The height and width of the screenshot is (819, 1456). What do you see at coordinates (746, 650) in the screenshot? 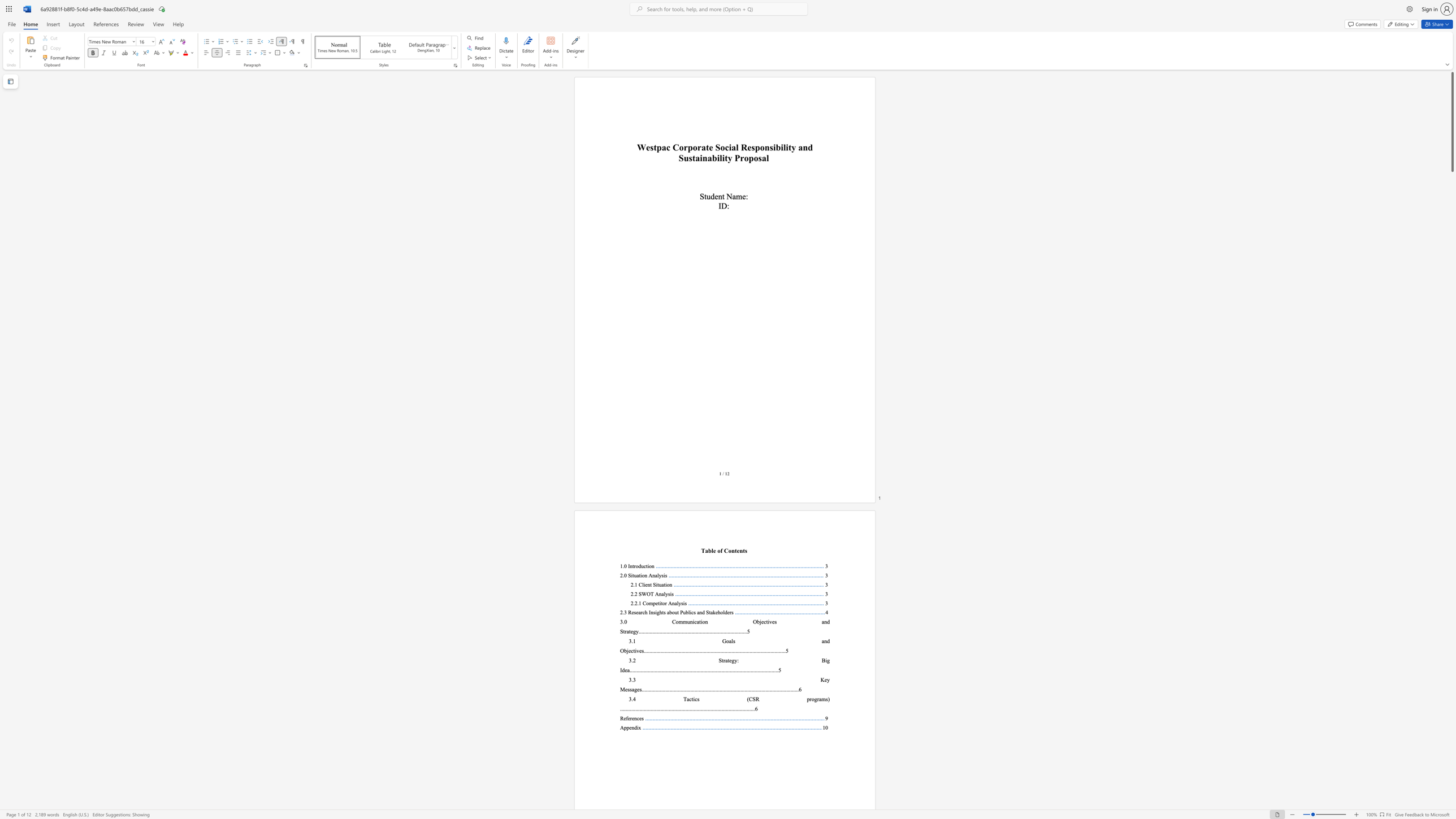
I see `the 74th character "." in the text` at bounding box center [746, 650].